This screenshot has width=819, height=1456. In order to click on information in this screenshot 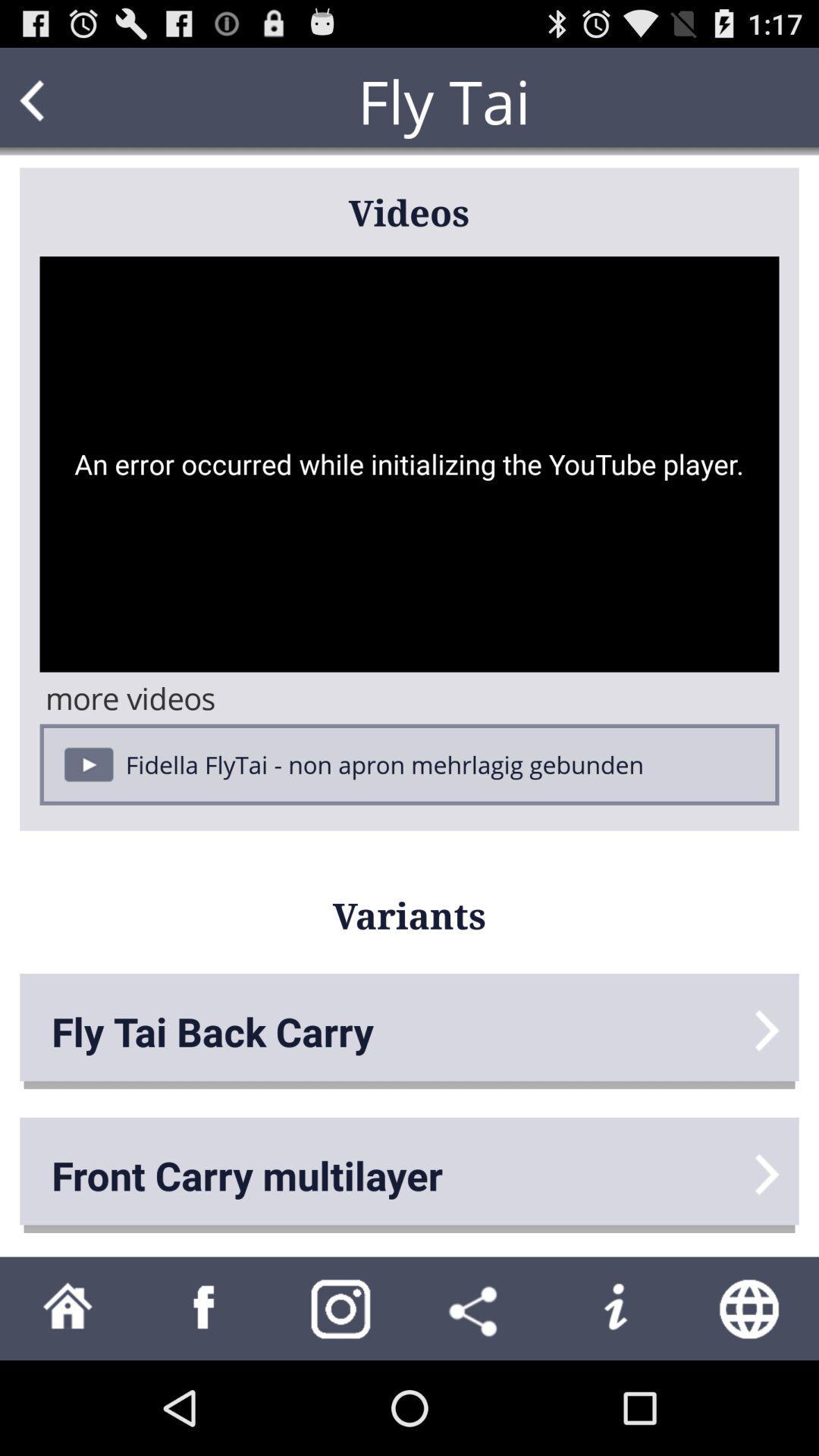, I will do `click(614, 1307)`.